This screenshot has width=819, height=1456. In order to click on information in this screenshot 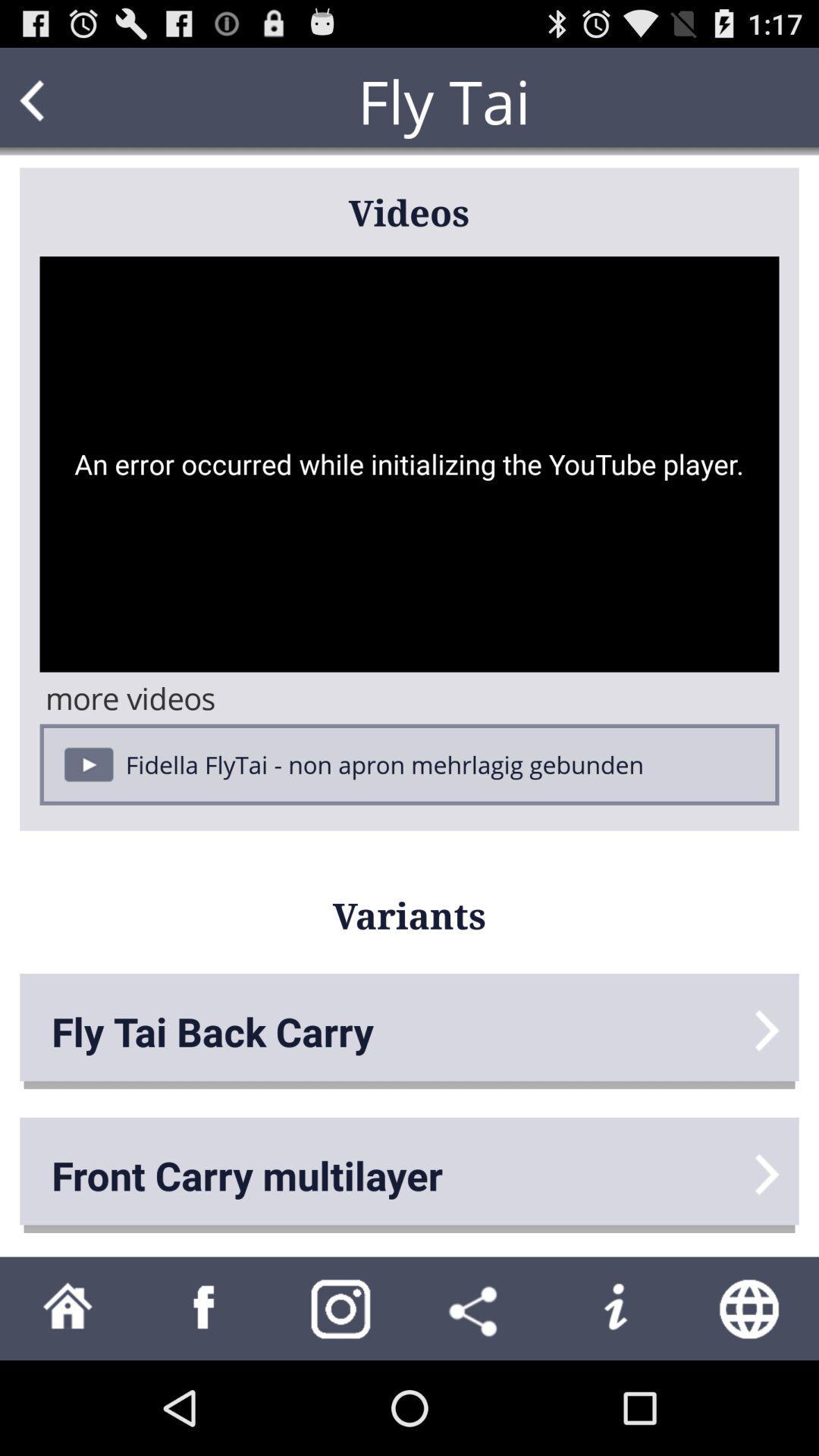, I will do `click(614, 1307)`.